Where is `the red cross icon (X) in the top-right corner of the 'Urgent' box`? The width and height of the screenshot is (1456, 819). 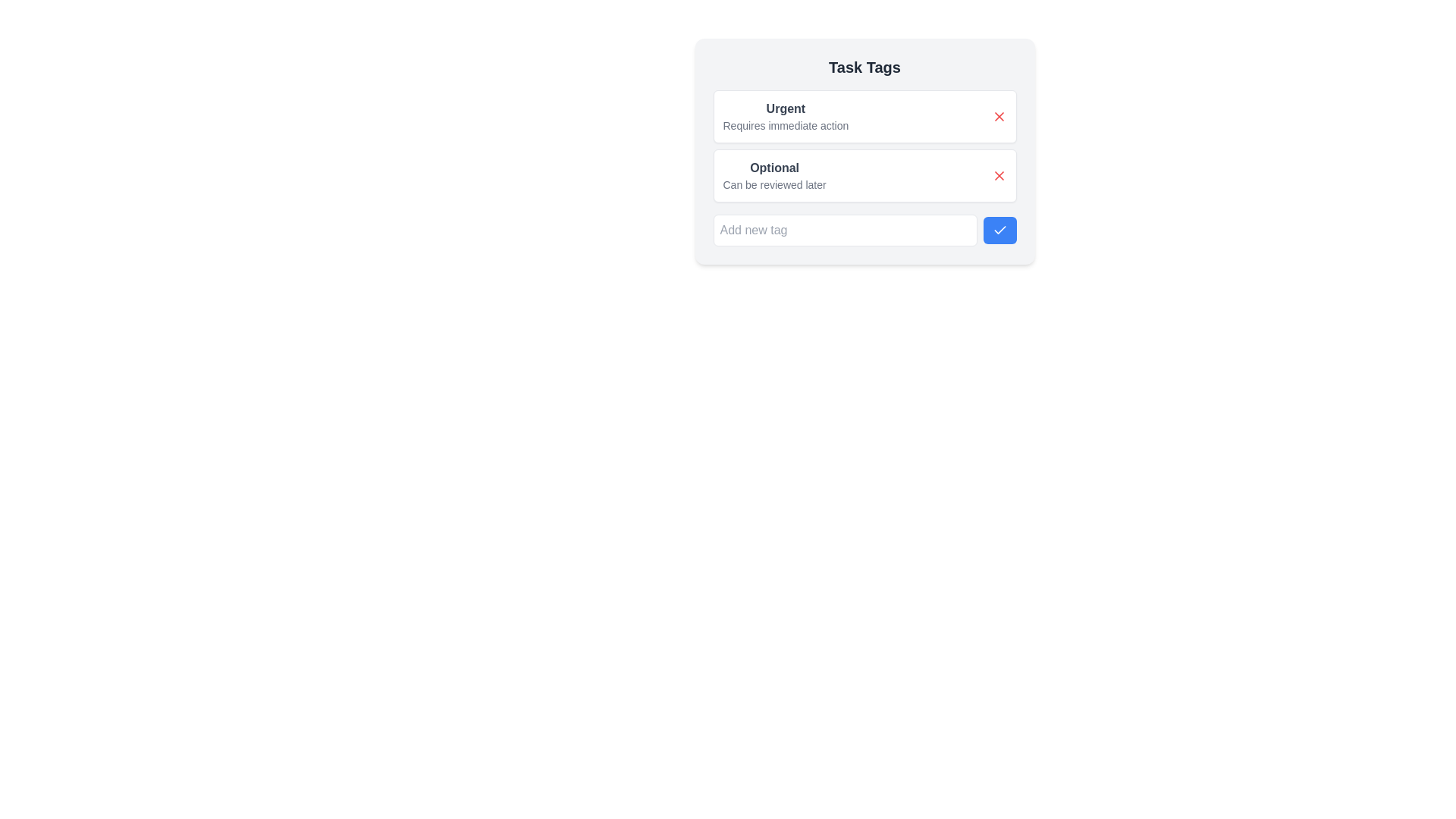
the red cross icon (X) in the top-right corner of the 'Urgent' box is located at coordinates (999, 116).